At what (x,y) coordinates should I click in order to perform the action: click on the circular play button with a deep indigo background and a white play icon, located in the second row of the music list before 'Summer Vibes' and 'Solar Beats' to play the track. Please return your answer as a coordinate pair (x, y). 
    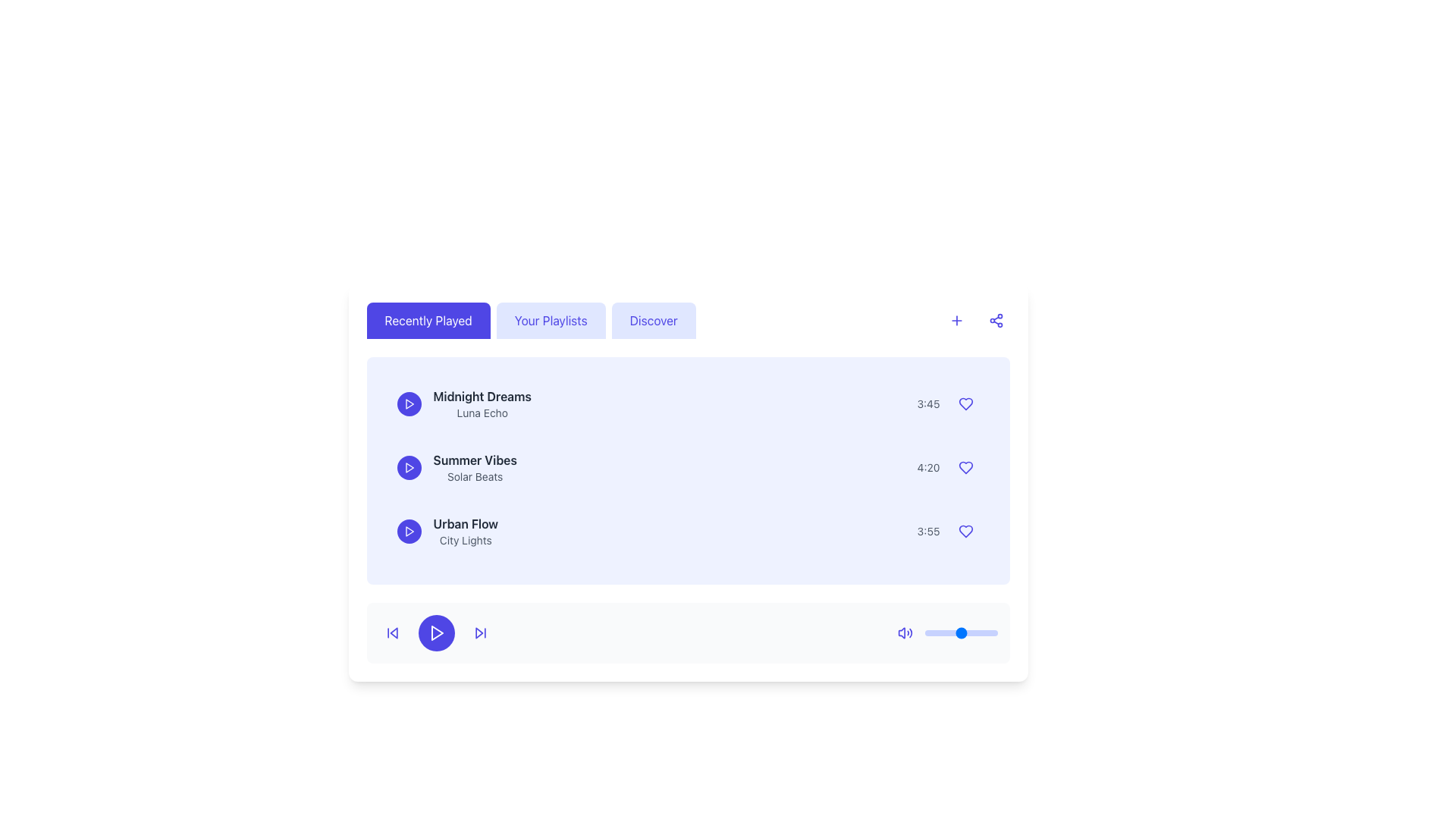
    Looking at the image, I should click on (409, 467).